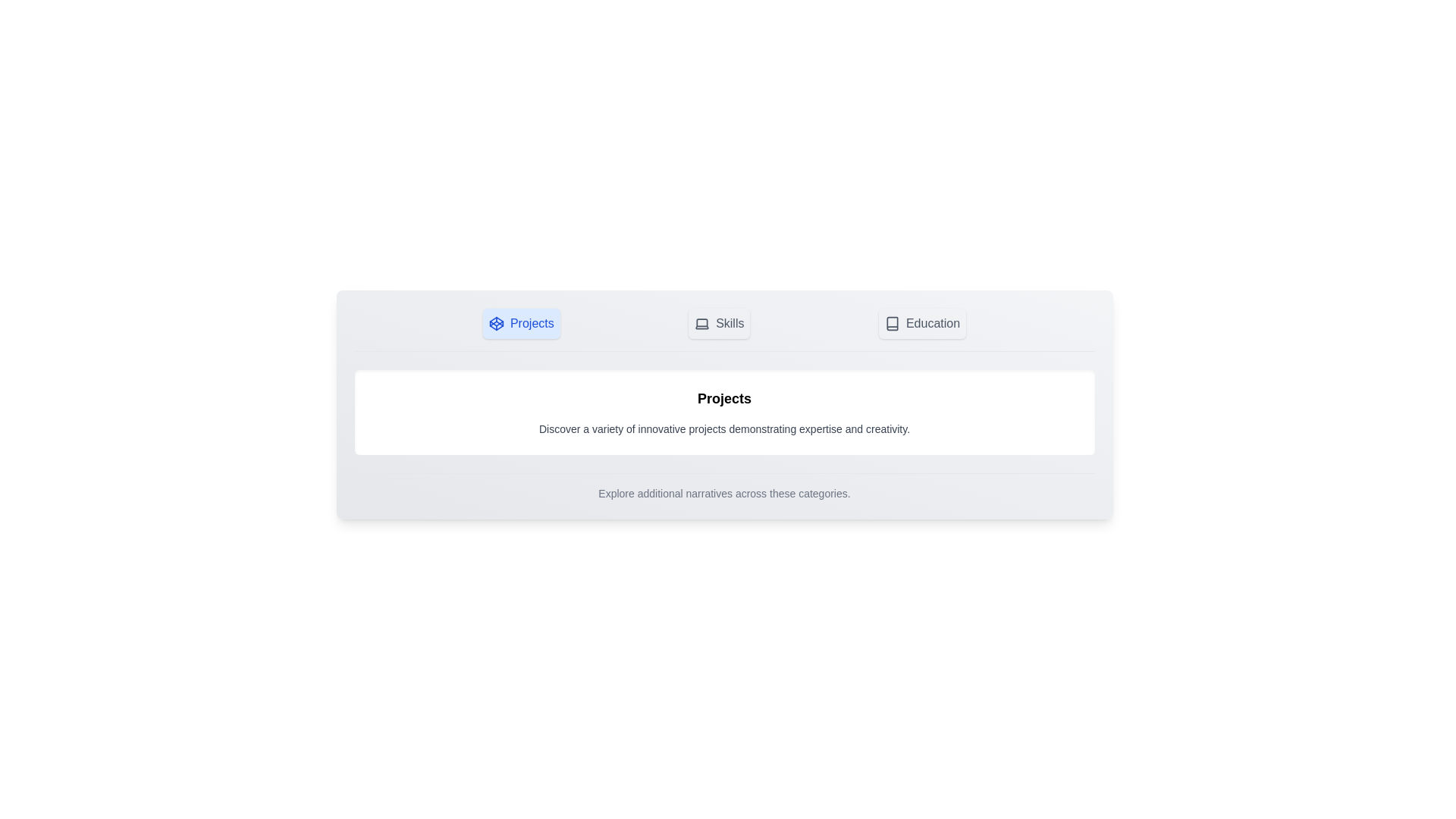 This screenshot has width=1456, height=819. Describe the element at coordinates (701, 323) in the screenshot. I see `the 'Skills' button icon, which visually represents the skills functionality and is located centrally at the top section of the interface, between 'Projects' and 'Education'` at that location.